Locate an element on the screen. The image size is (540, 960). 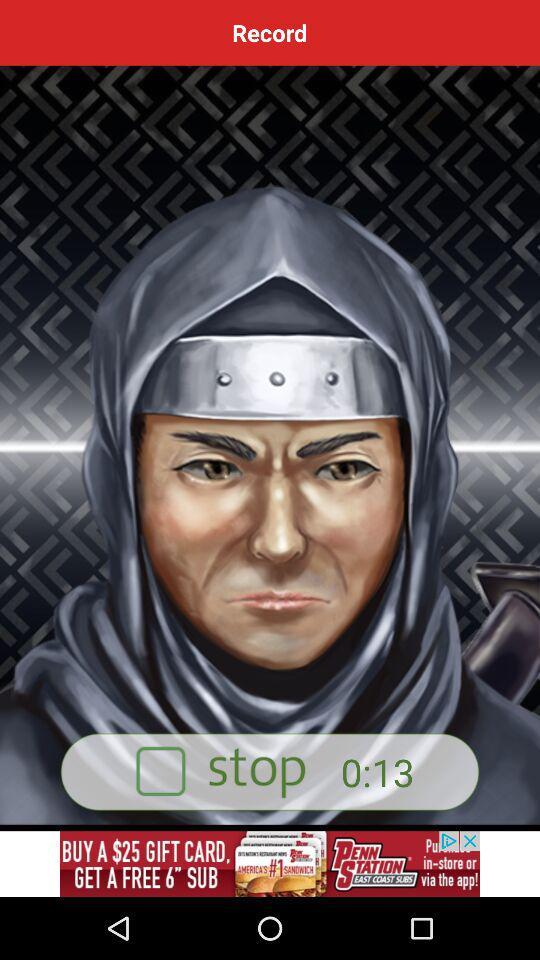
stop recording is located at coordinates (270, 771).